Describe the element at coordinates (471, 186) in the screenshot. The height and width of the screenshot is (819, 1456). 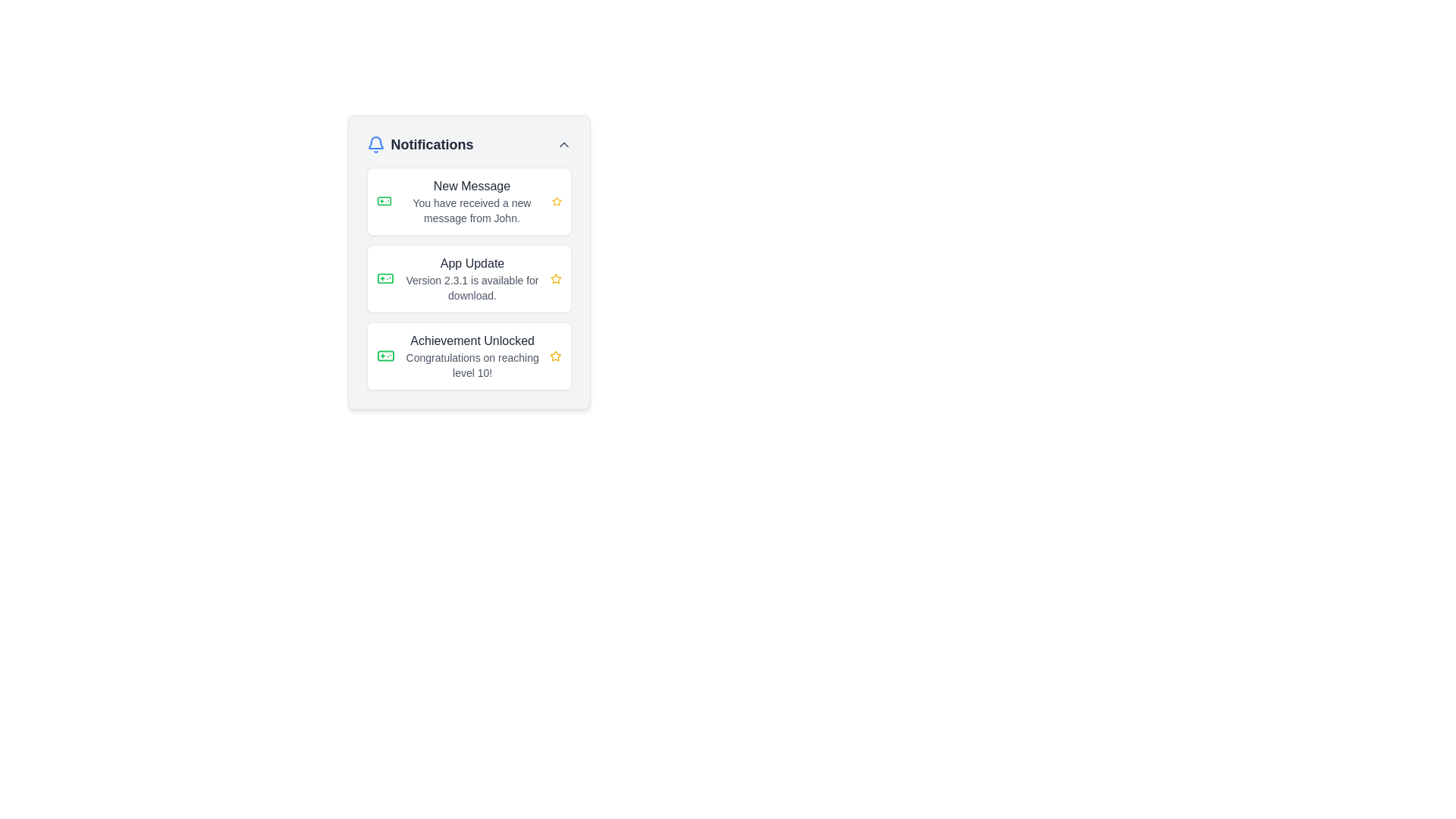
I see `the text label displaying 'New Message', which is styled with a medium-weight font and dark gray color, located at the top of the notification card` at that location.